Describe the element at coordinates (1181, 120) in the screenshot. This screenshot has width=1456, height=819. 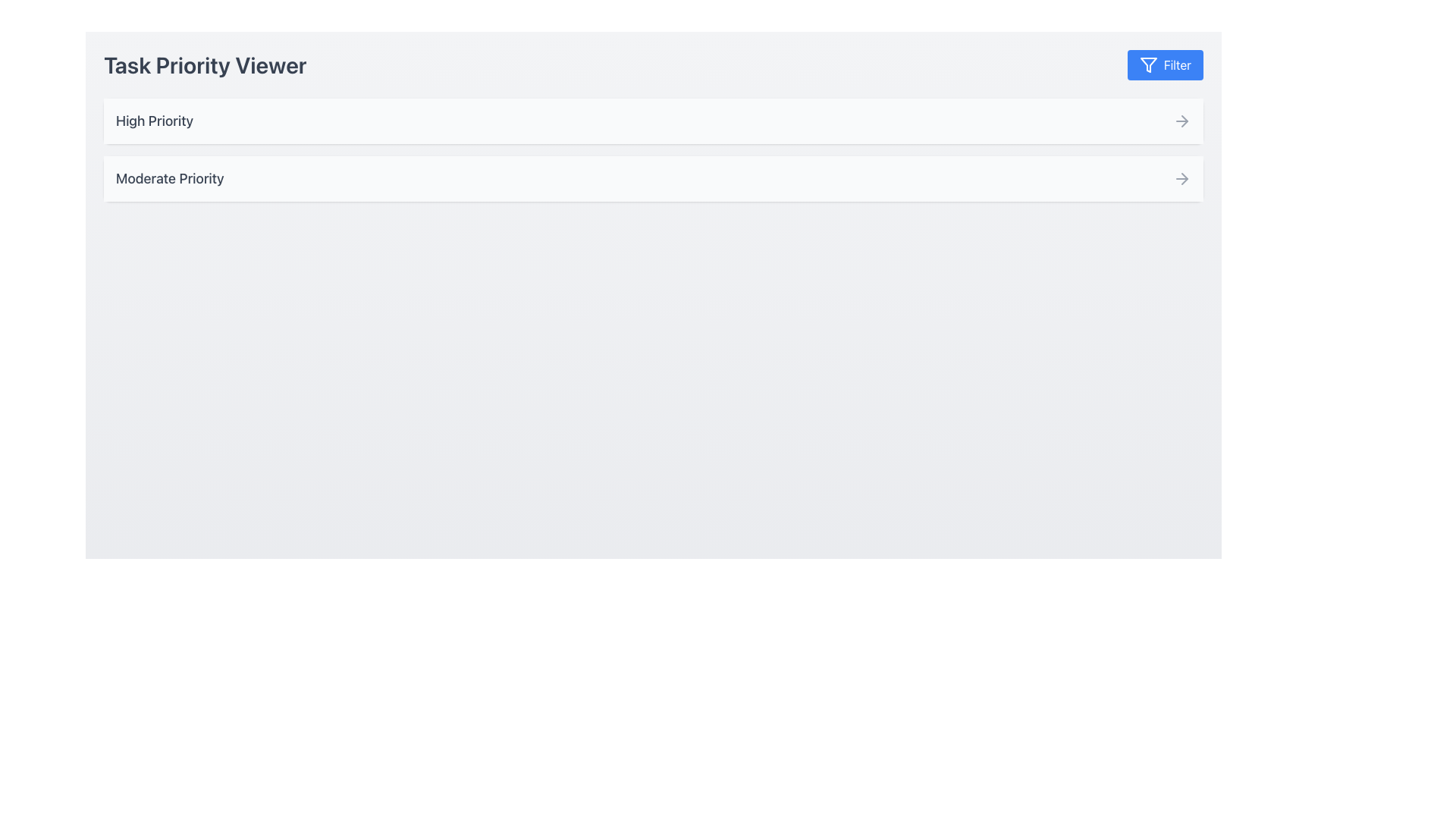
I see `the right-facing gray arrow icon that is located to the right of the 'High Priority' text label` at that location.